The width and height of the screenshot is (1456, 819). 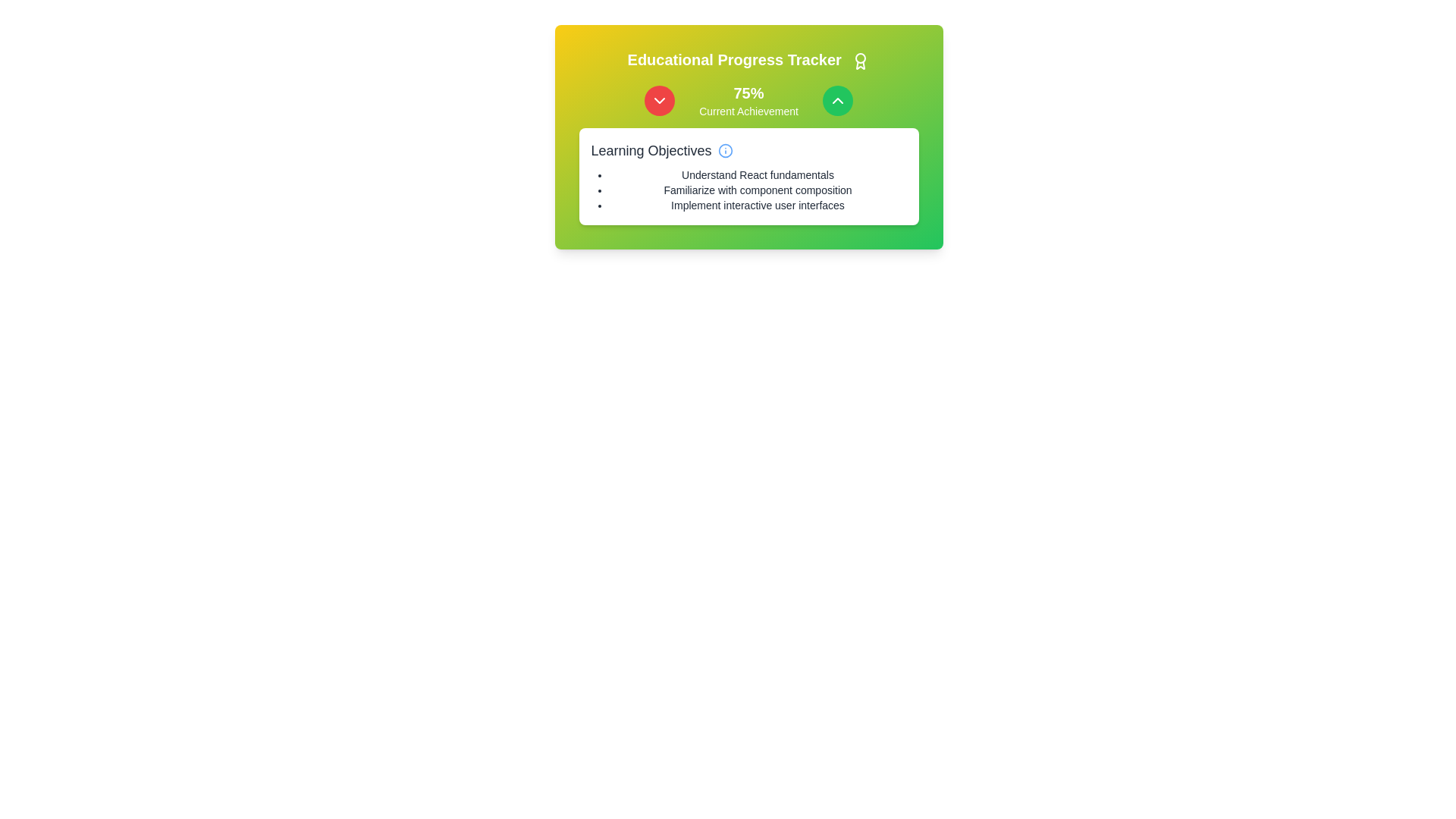 I want to click on the label displaying the text 'Current Achievement', which is centered below the sibling text '75%' in the green and yellow gradient section, so click(x=748, y=110).